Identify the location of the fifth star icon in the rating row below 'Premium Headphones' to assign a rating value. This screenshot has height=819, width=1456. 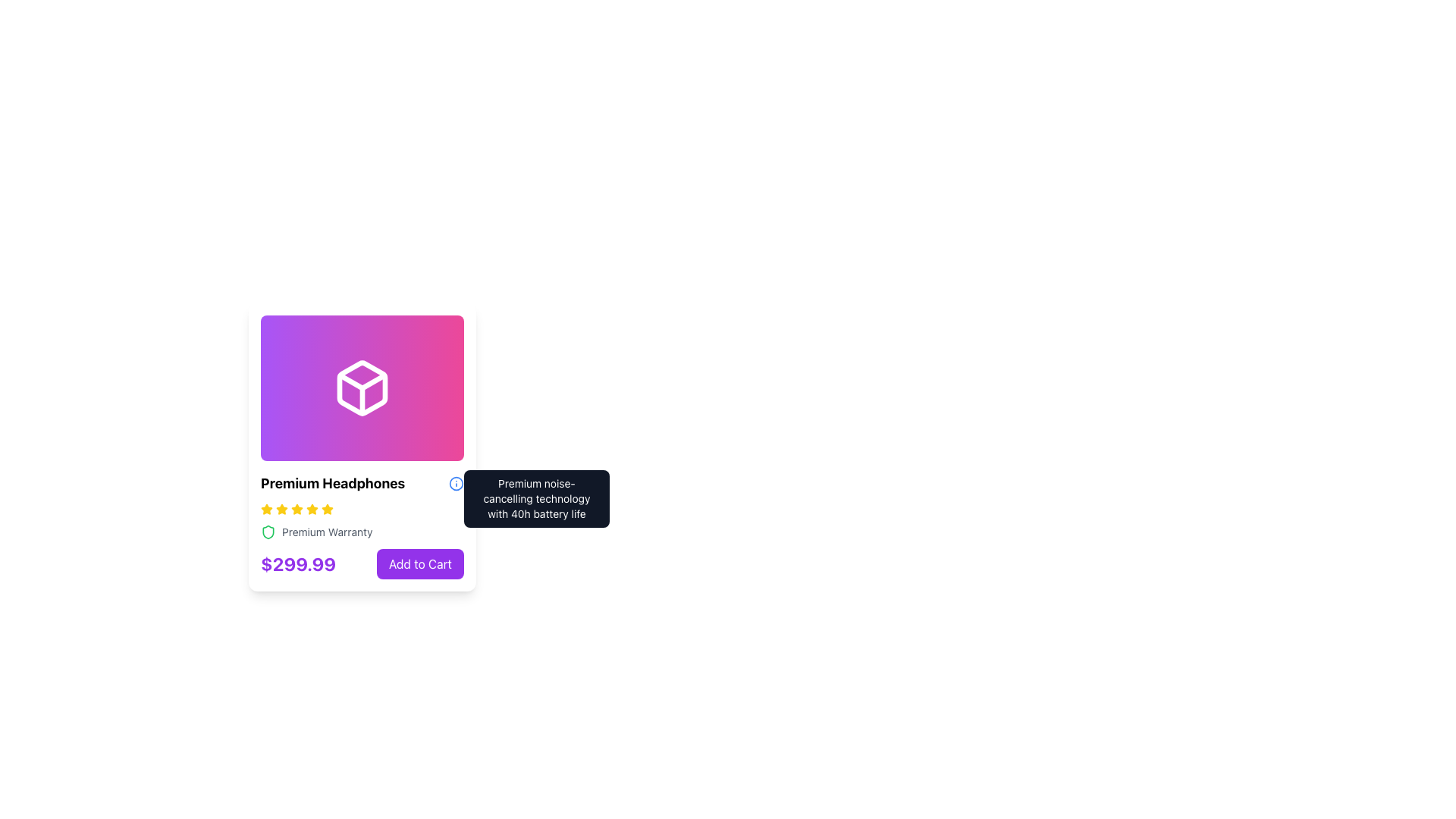
(312, 509).